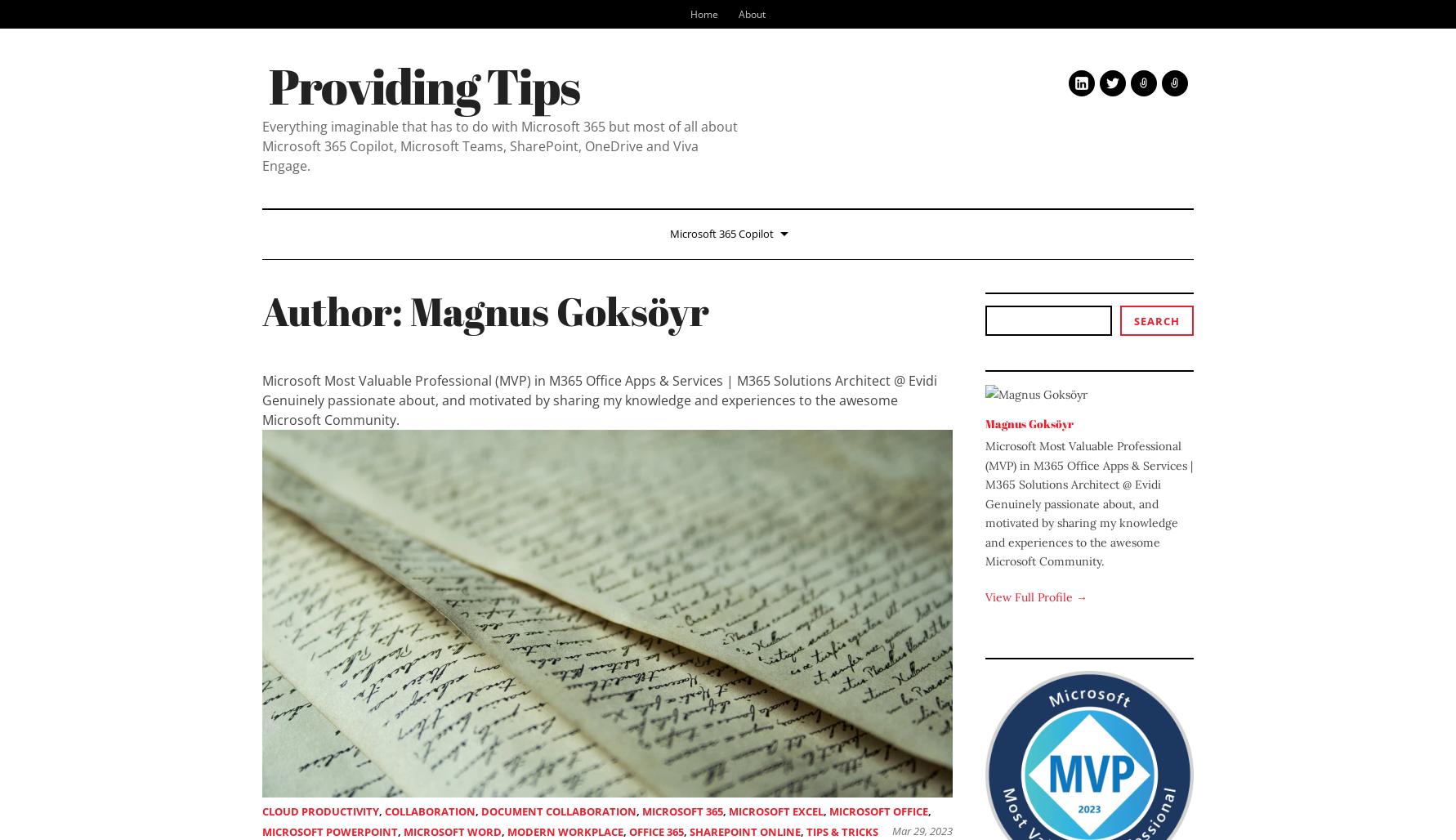 This screenshot has height=840, width=1456. Describe the element at coordinates (703, 13) in the screenshot. I see `'Home'` at that location.